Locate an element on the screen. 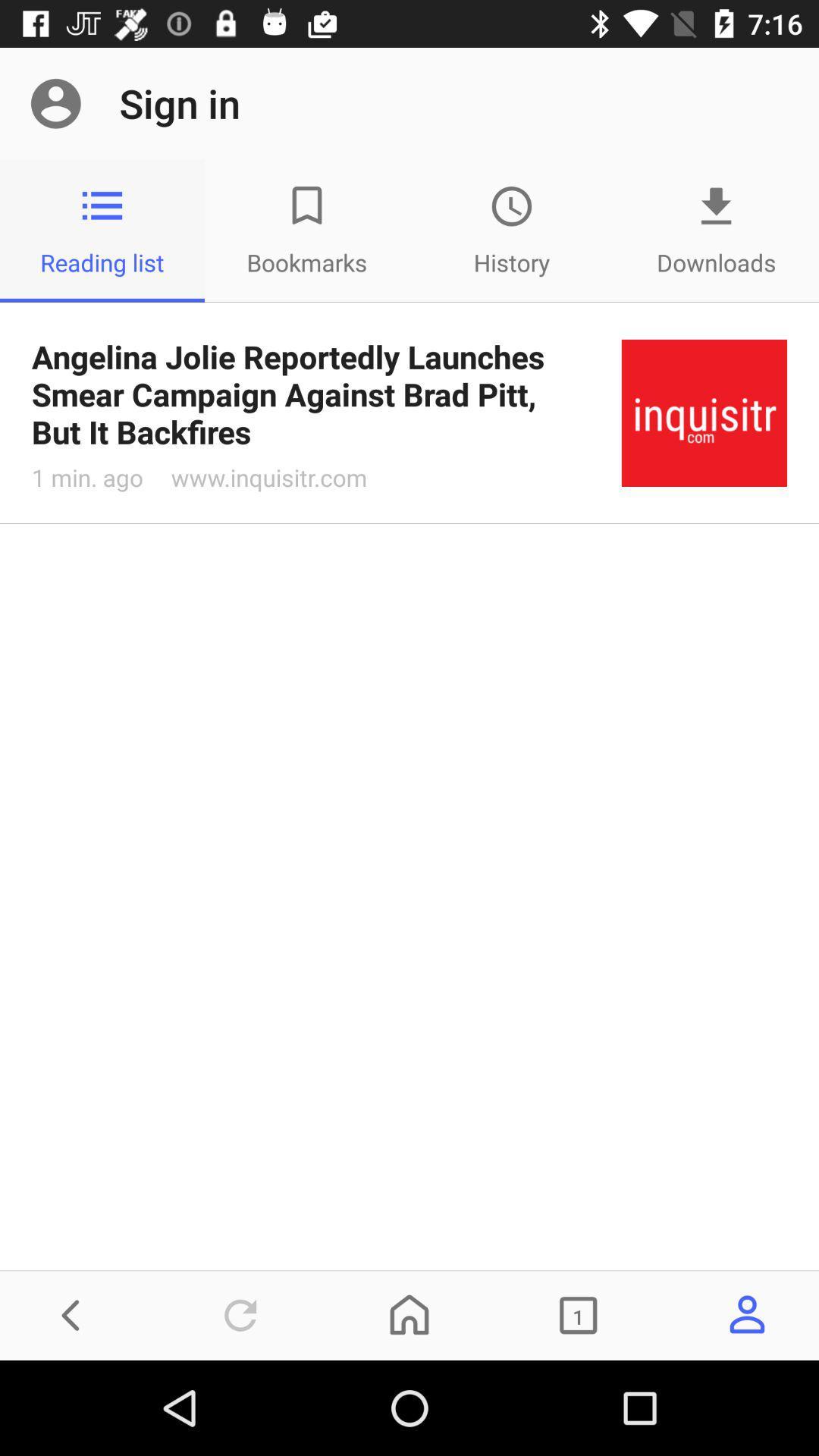 This screenshot has height=1456, width=819. the item next to sign in is located at coordinates (55, 102).